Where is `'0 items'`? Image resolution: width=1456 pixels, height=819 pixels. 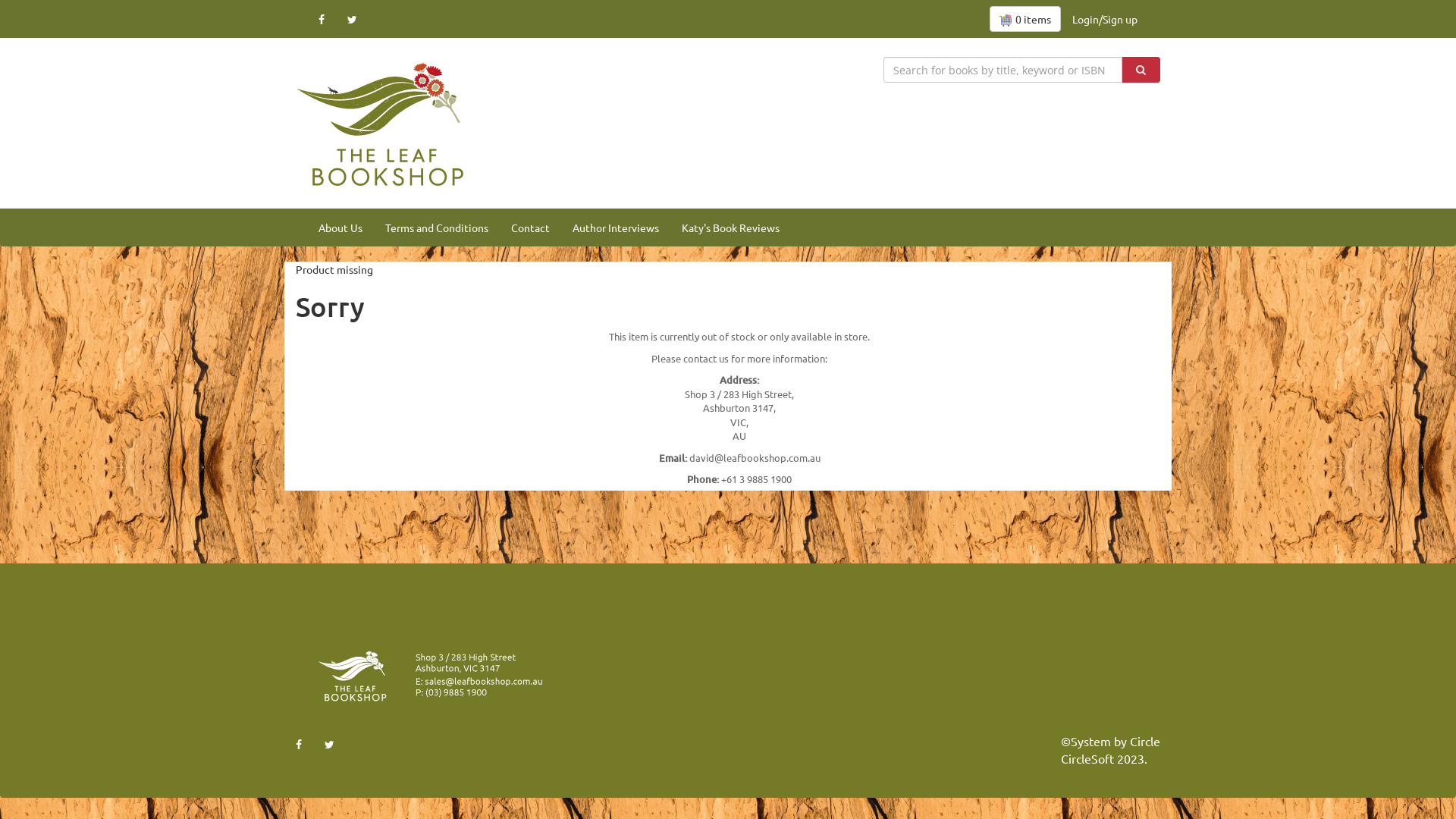 '0 items' is located at coordinates (990, 18).